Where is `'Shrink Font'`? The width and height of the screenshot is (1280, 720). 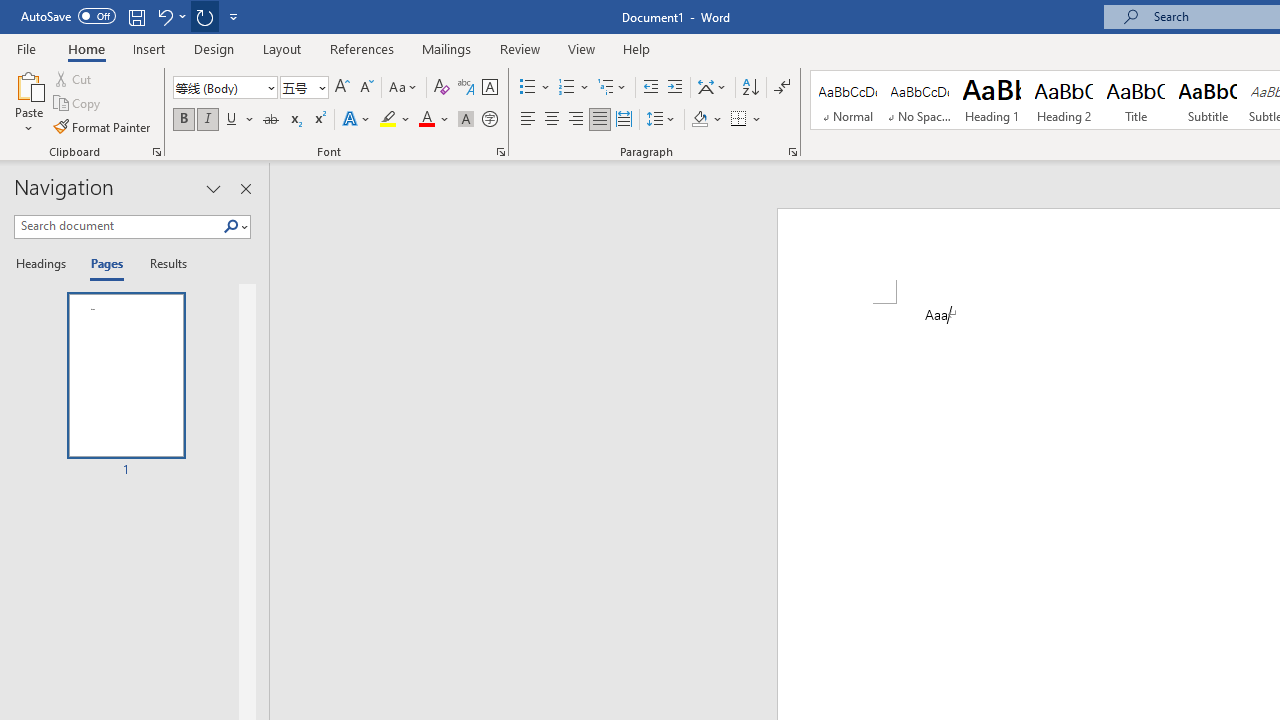 'Shrink Font' is located at coordinates (366, 86).